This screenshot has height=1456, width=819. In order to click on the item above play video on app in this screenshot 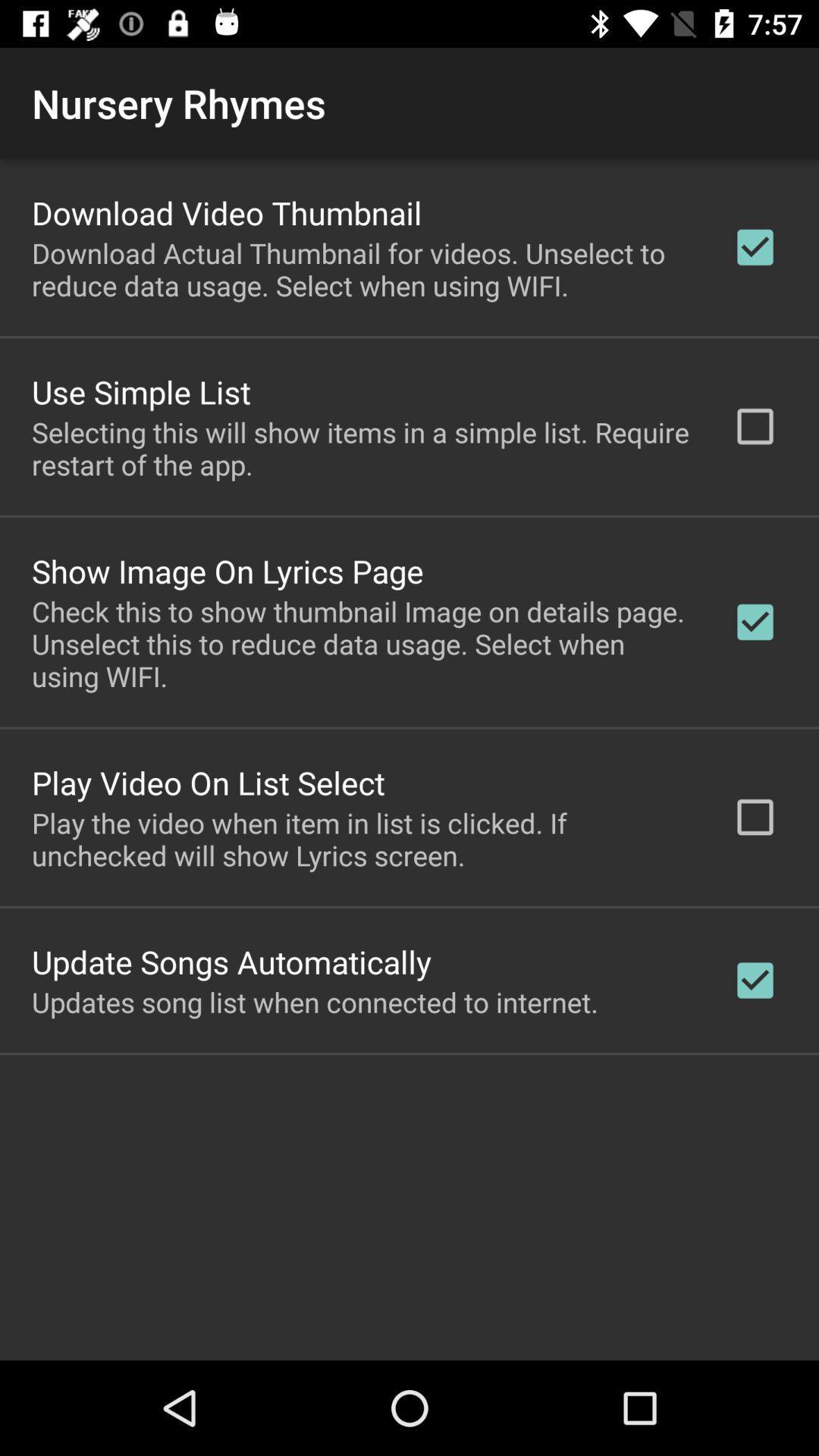, I will do `click(362, 644)`.